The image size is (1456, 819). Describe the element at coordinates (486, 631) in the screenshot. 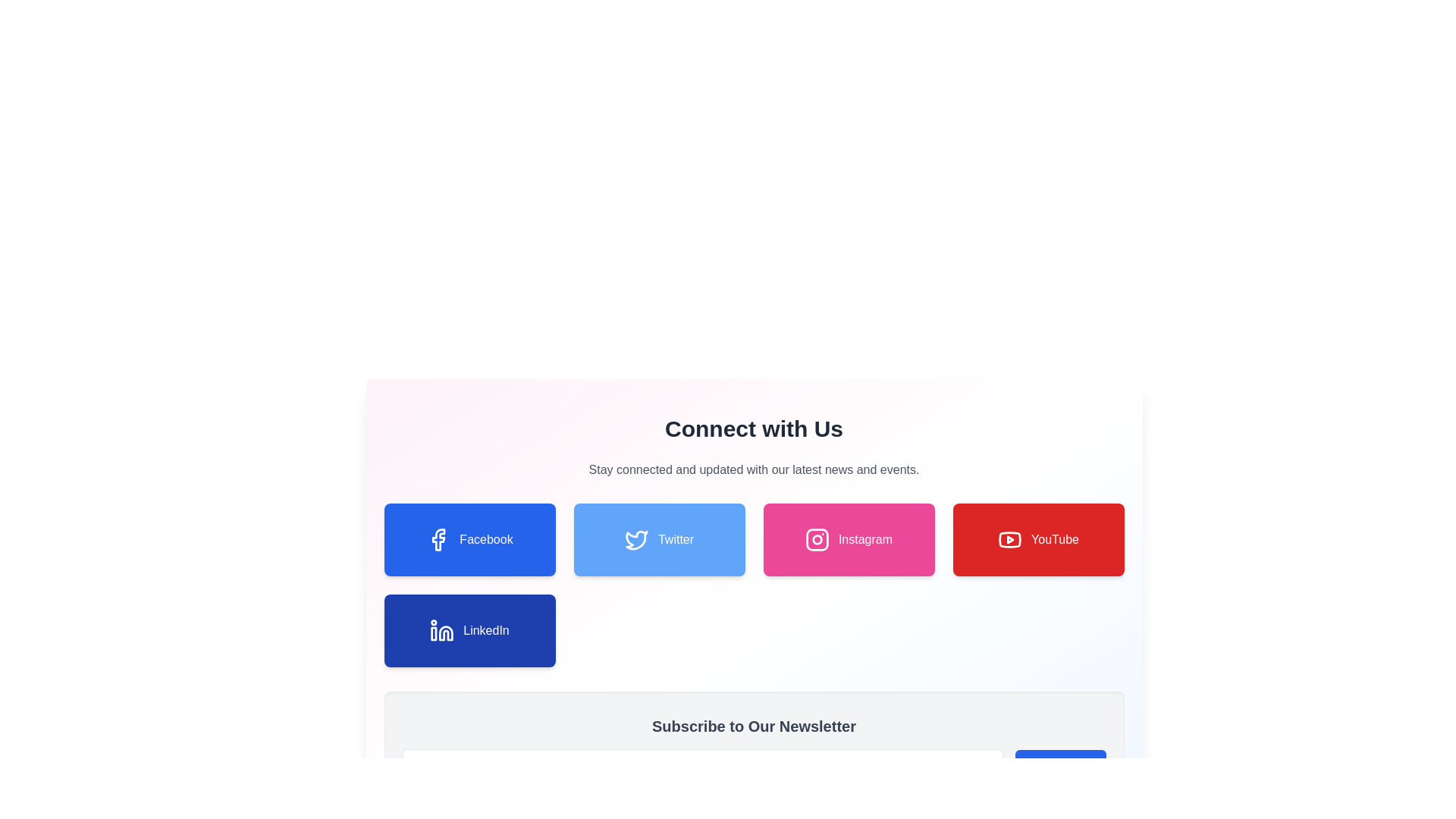

I see `the button associated with the LinkedIn text label located in the bottom left section of the grid` at that location.